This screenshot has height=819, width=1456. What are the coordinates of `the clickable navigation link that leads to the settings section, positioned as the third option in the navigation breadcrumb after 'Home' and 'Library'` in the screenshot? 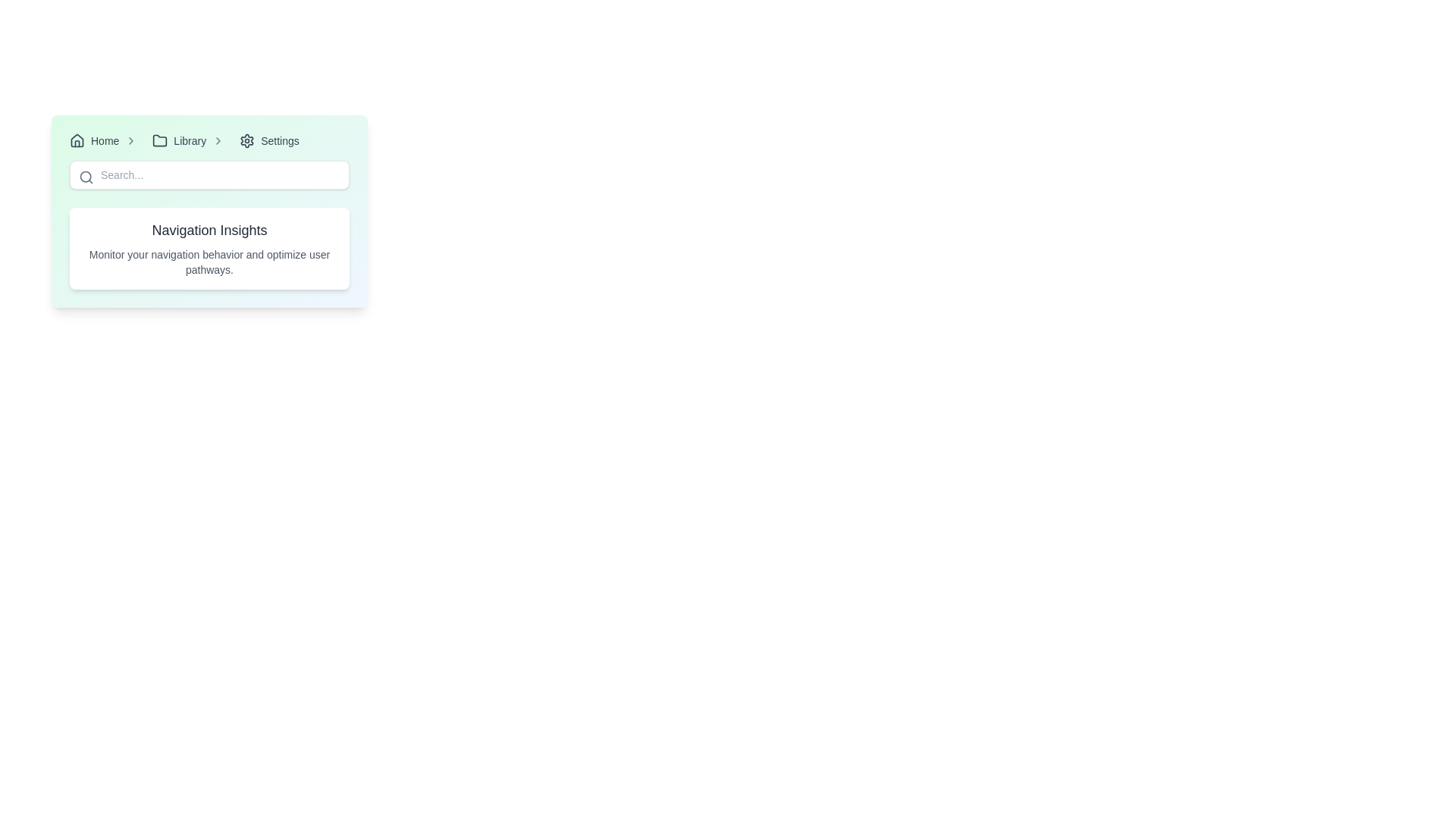 It's located at (269, 140).